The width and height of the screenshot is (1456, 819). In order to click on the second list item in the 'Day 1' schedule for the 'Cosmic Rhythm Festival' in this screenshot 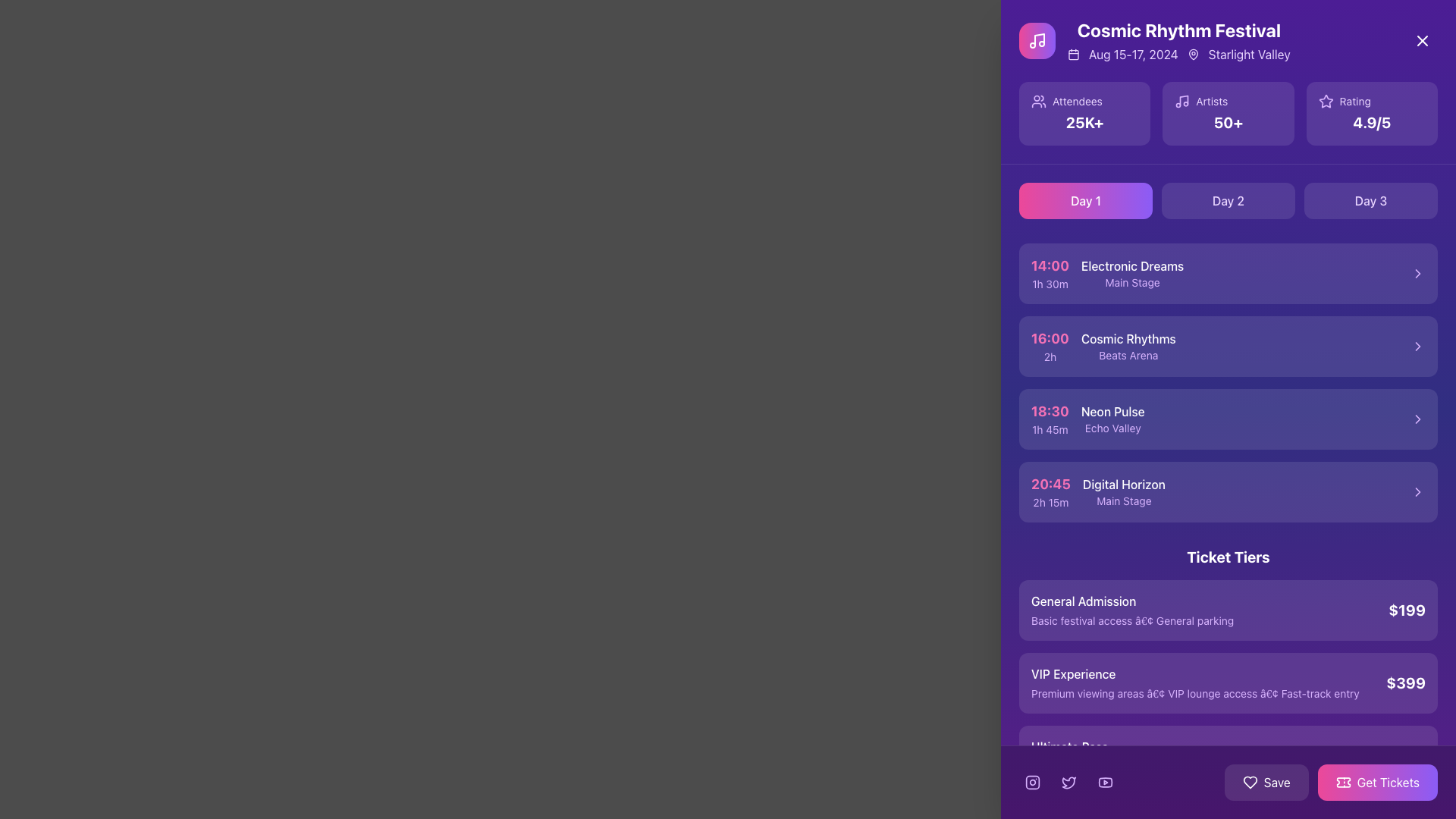, I will do `click(1103, 346)`.